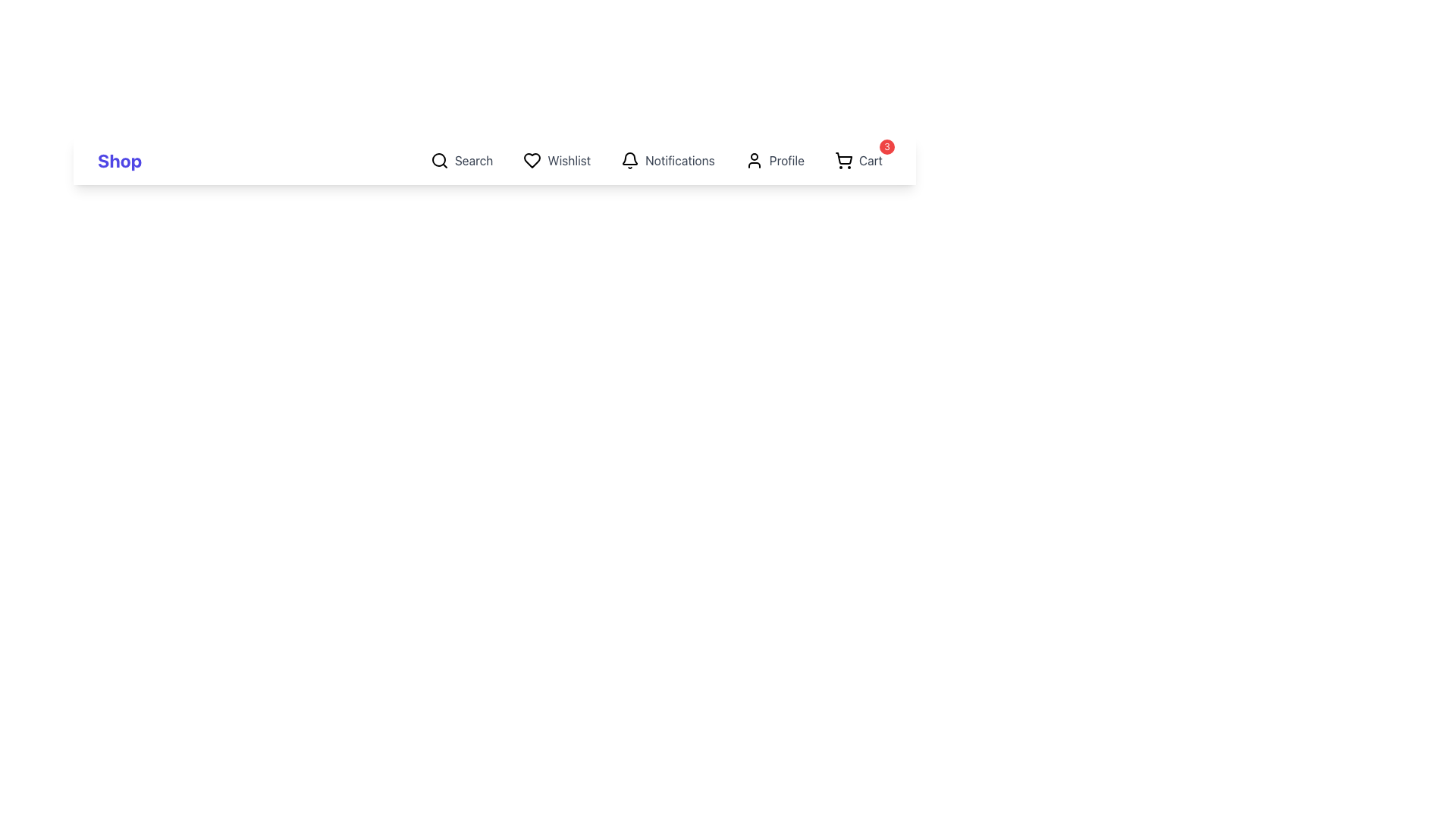 The width and height of the screenshot is (1456, 819). Describe the element at coordinates (887, 146) in the screenshot. I see `the small circular badge with a red background and white text displaying the number '3', located at the top-right corner of the cart icon in the navigation bar` at that location.